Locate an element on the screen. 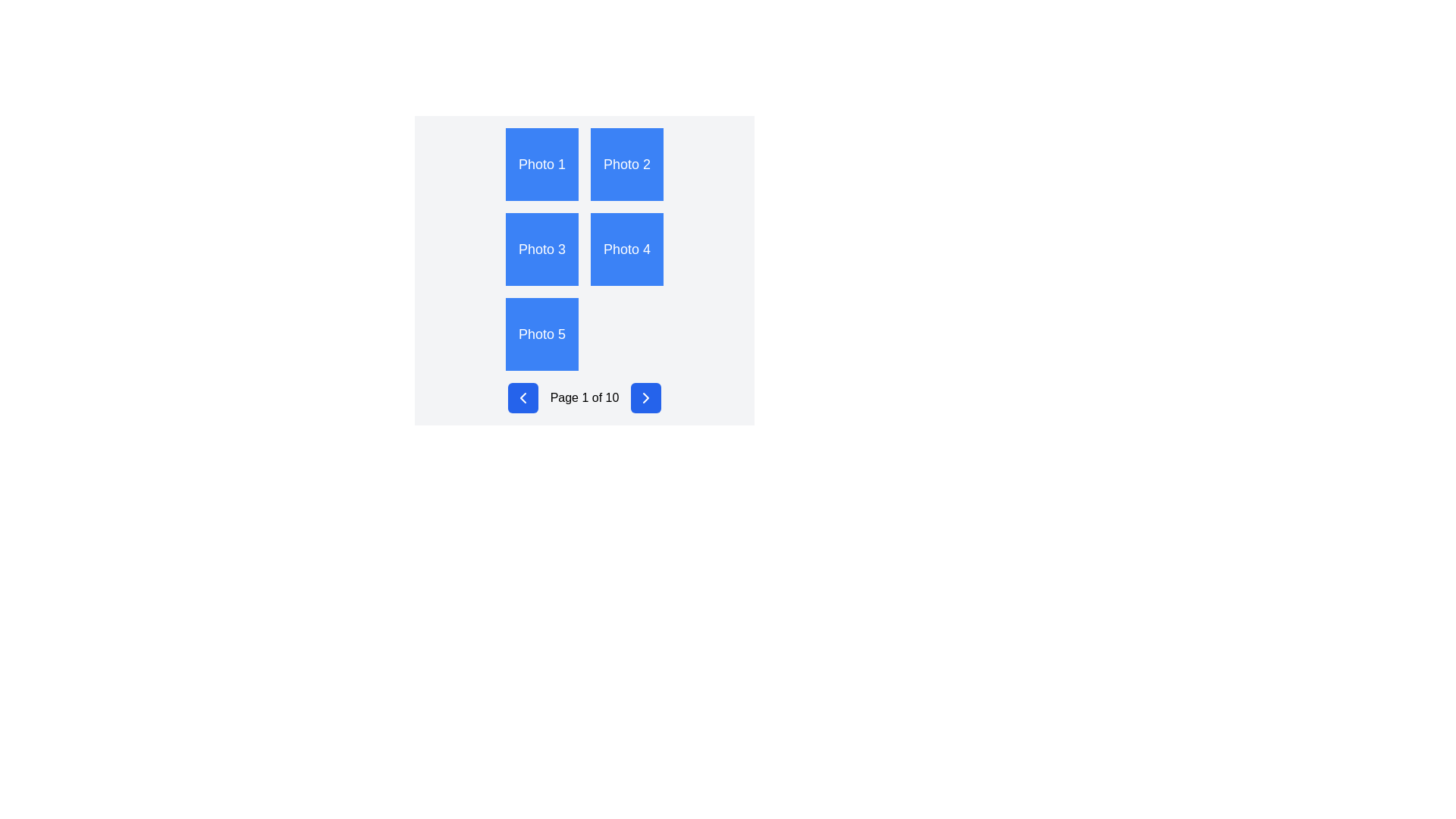  the pagination button that navigates to the next page, located at the far-right of the 'Page 1 of 10' text and adjacent to a left-facing chevron button is located at coordinates (646, 397).